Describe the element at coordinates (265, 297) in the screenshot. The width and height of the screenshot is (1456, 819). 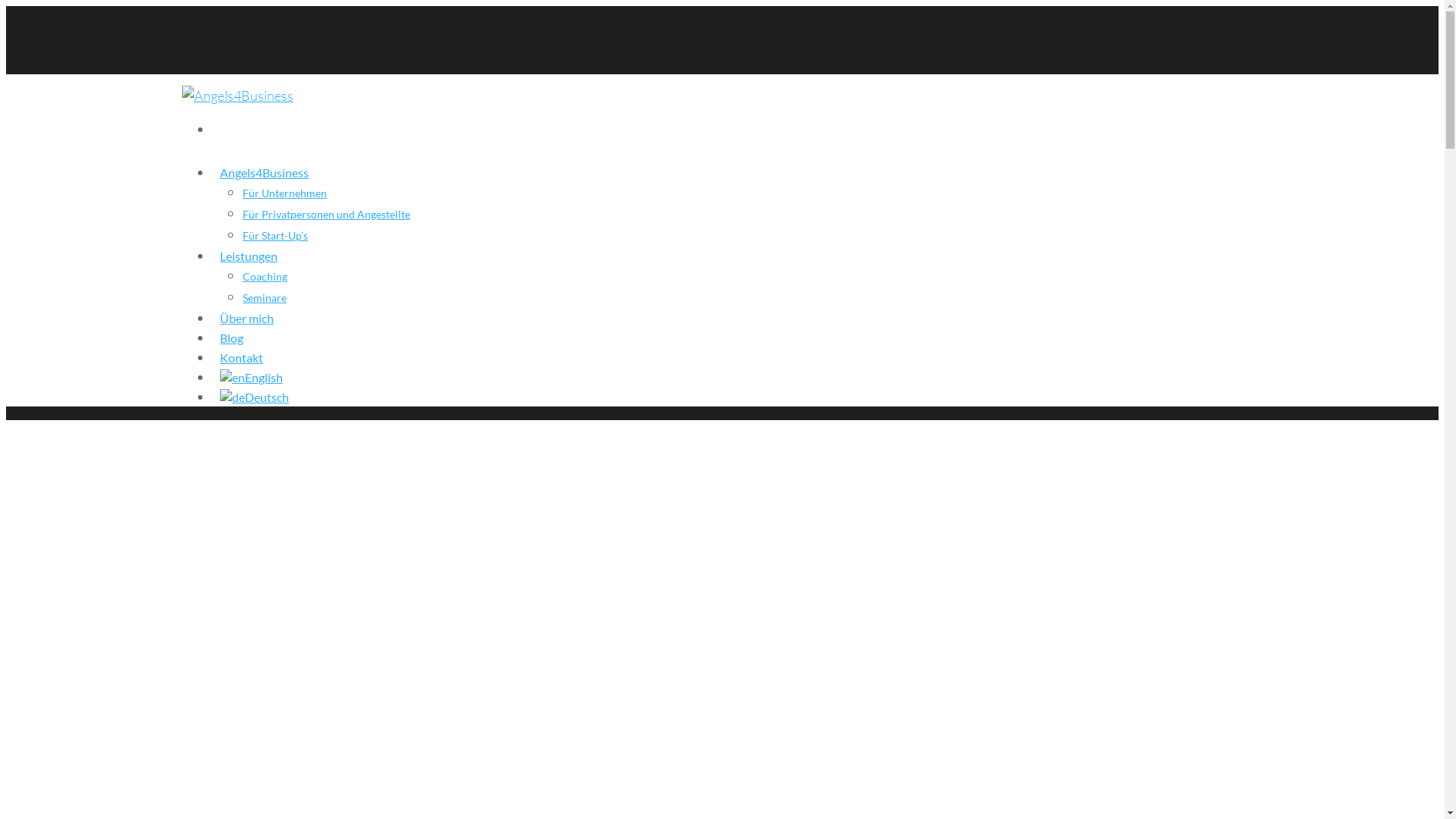
I see `'Seminare'` at that location.